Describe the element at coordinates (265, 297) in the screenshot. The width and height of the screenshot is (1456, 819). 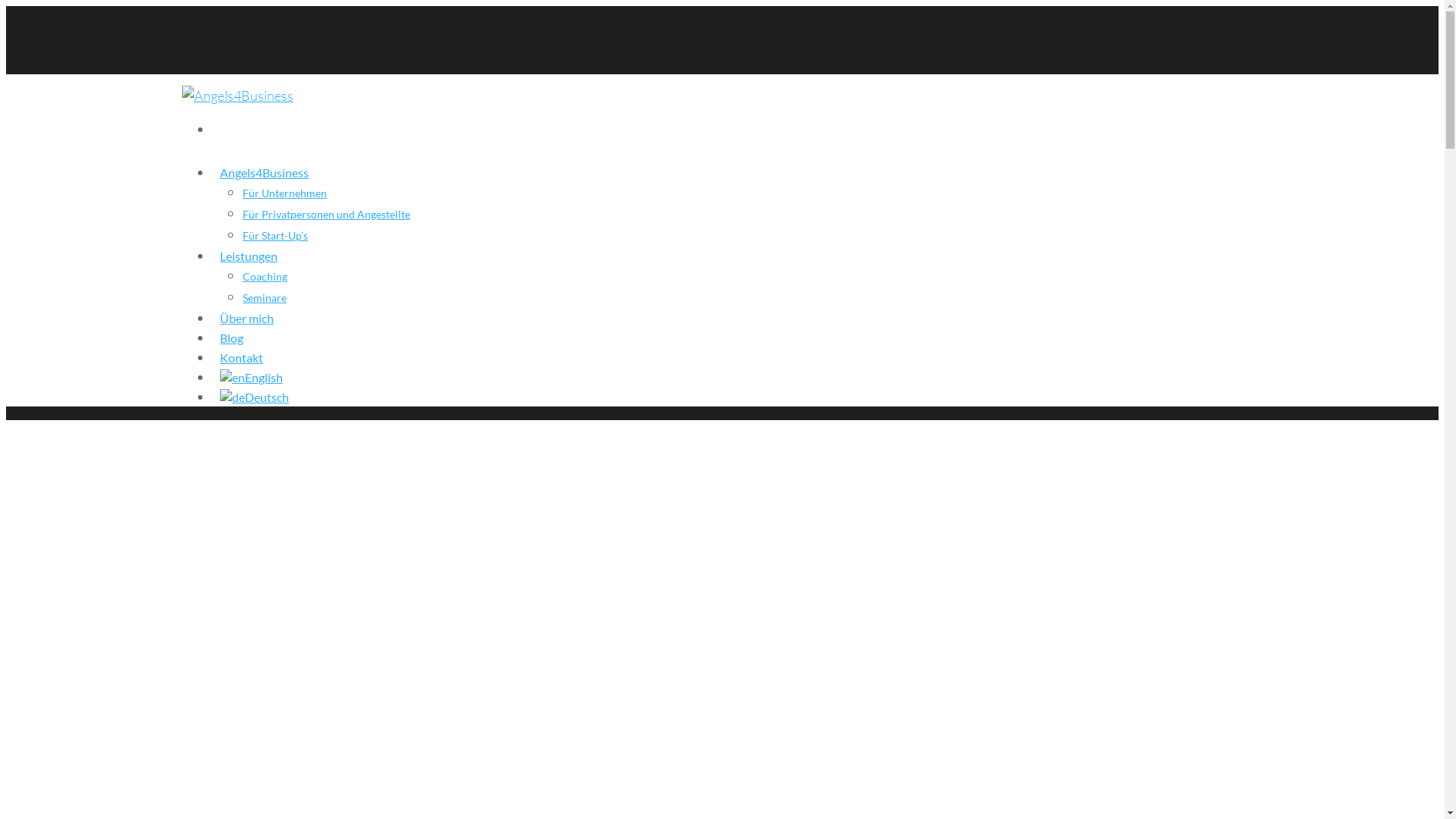
I see `'Seminare'` at that location.